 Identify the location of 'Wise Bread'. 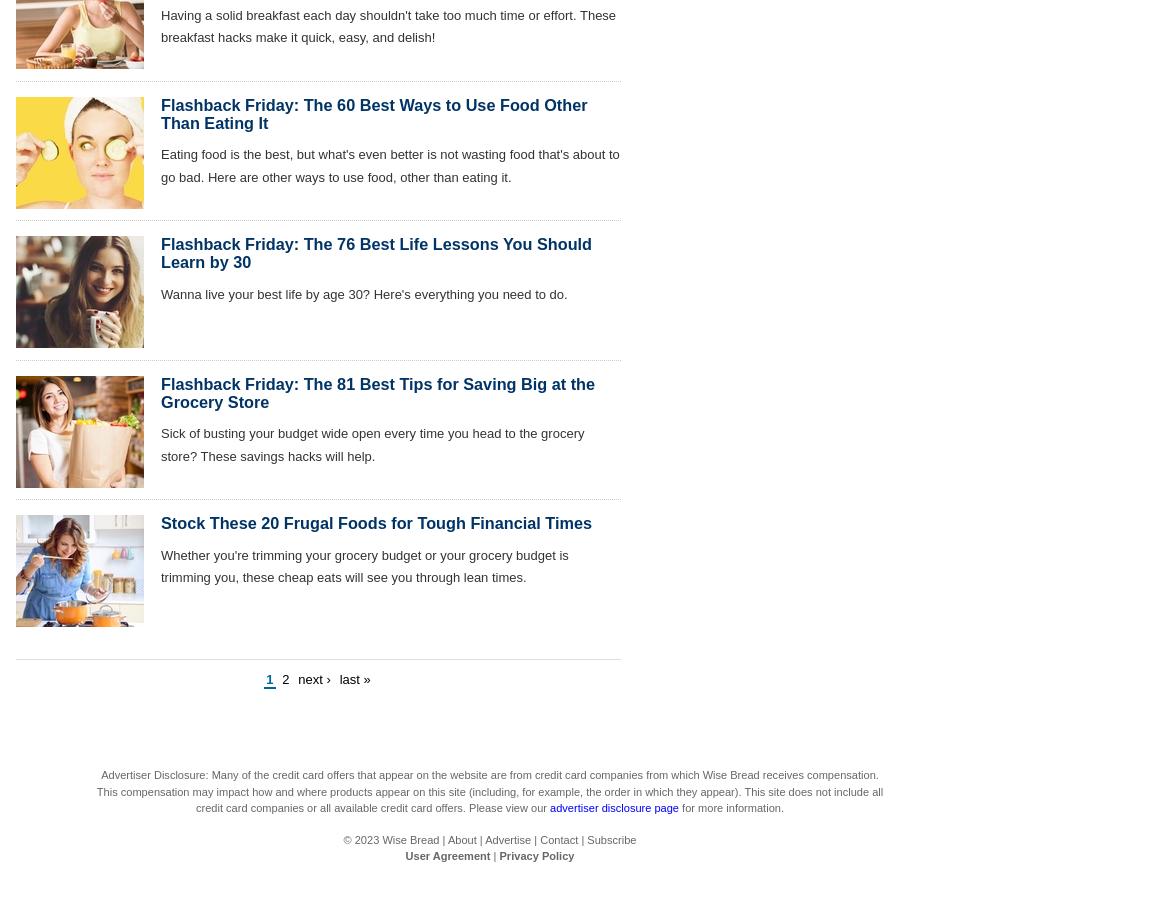
(382, 839).